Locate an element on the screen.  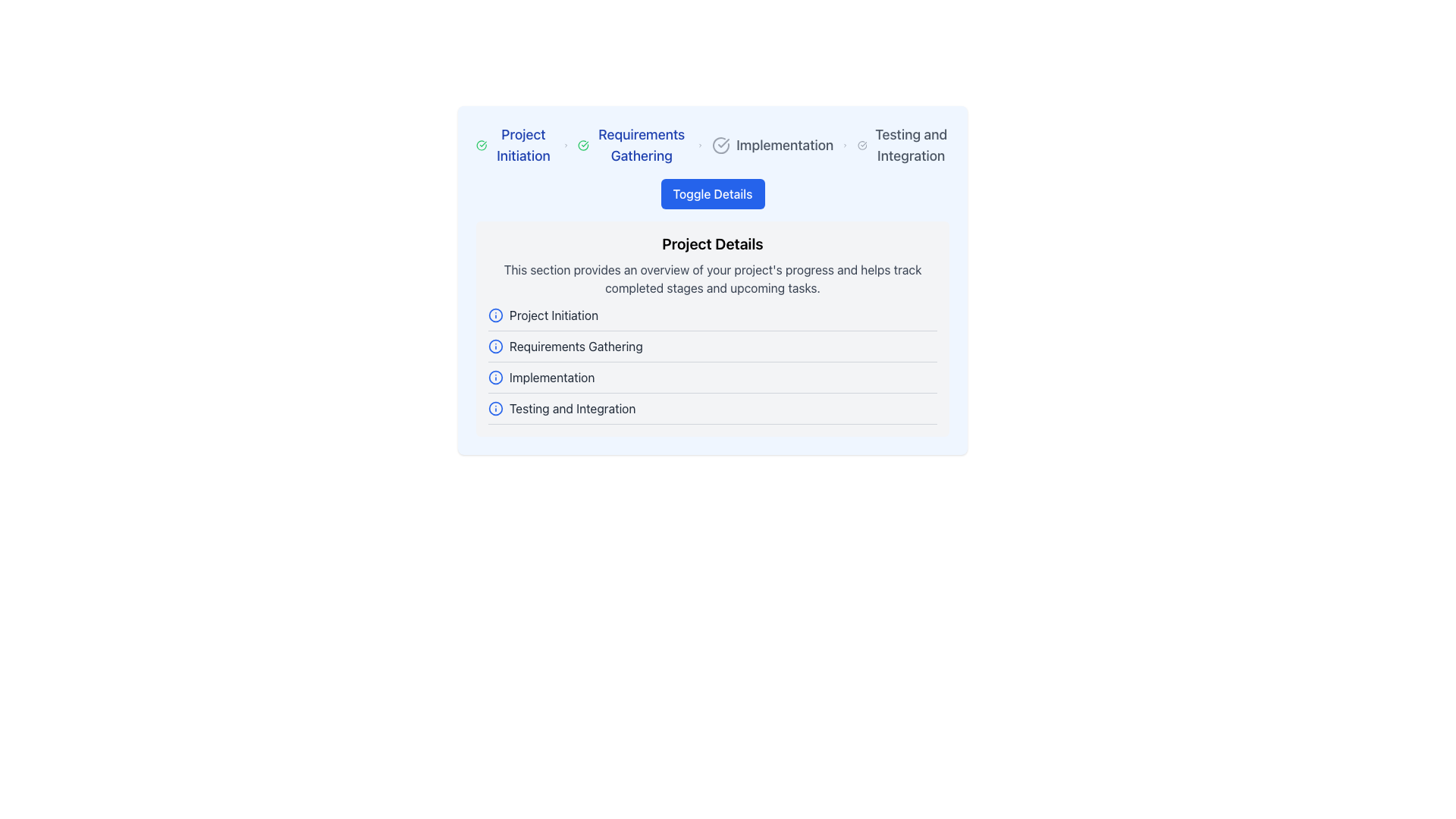
the 'Implementation' list item in the Project Details section is located at coordinates (712, 380).